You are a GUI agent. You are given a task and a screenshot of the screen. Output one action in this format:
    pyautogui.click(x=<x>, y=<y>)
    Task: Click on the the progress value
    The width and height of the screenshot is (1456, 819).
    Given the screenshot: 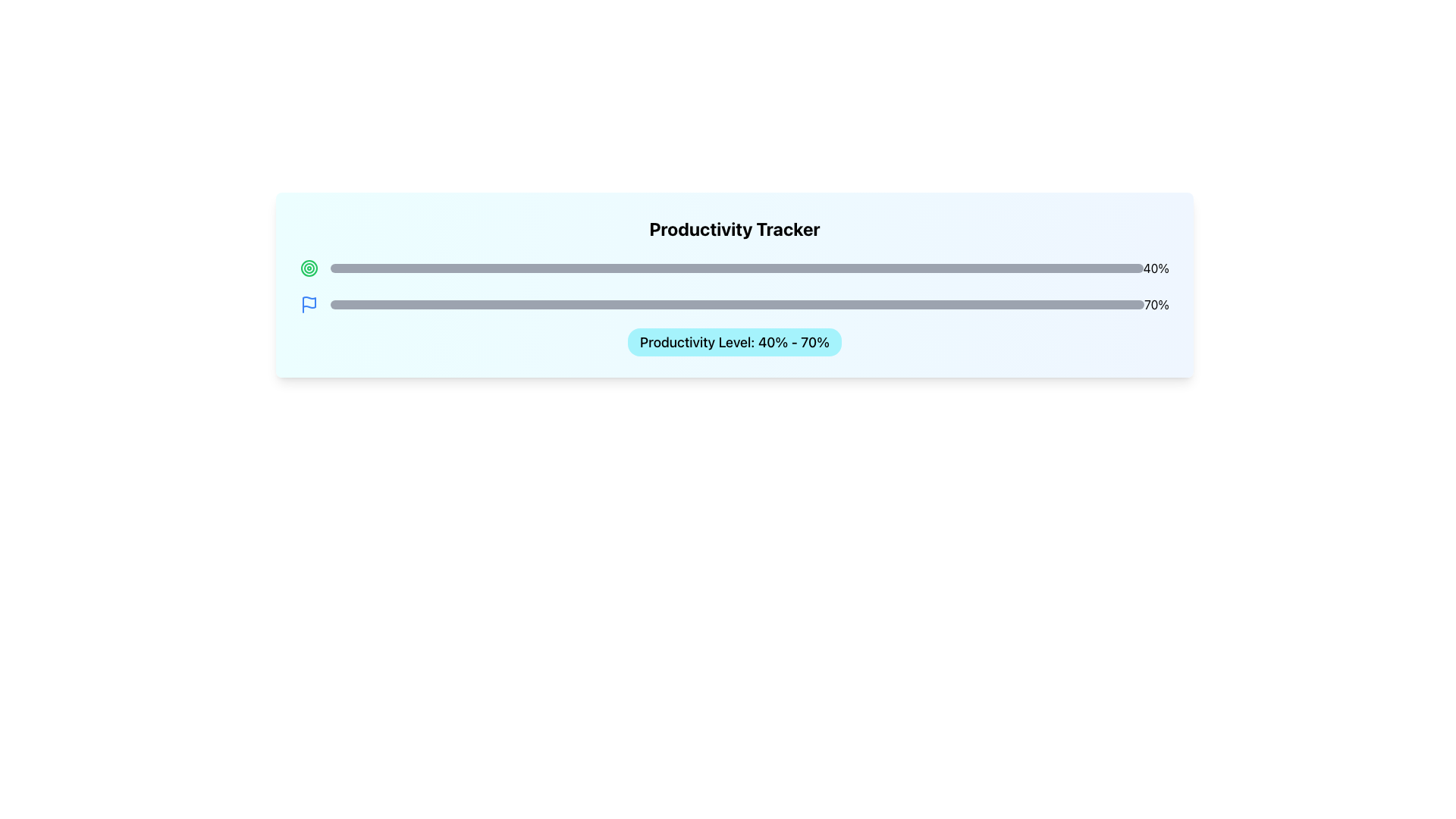 What is the action you would take?
    pyautogui.click(x=517, y=304)
    